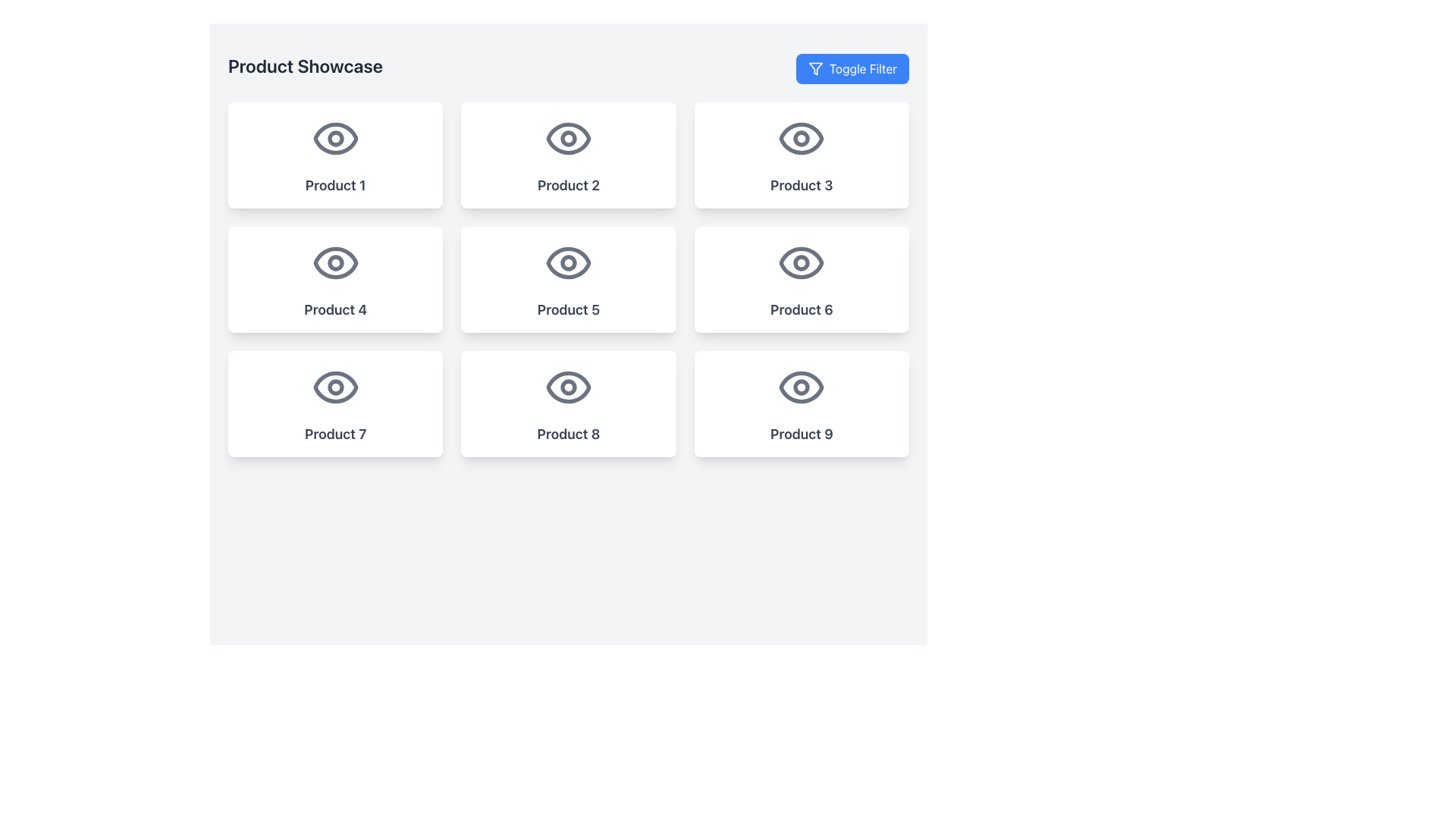 This screenshot has width=1456, height=819. What do you see at coordinates (801, 262) in the screenshot?
I see `the central circle of the eye-shaped icon, which is the sixth item in a 3x3 grid layout, located in the second row and third column, beneath the text 'Product 6'` at bounding box center [801, 262].